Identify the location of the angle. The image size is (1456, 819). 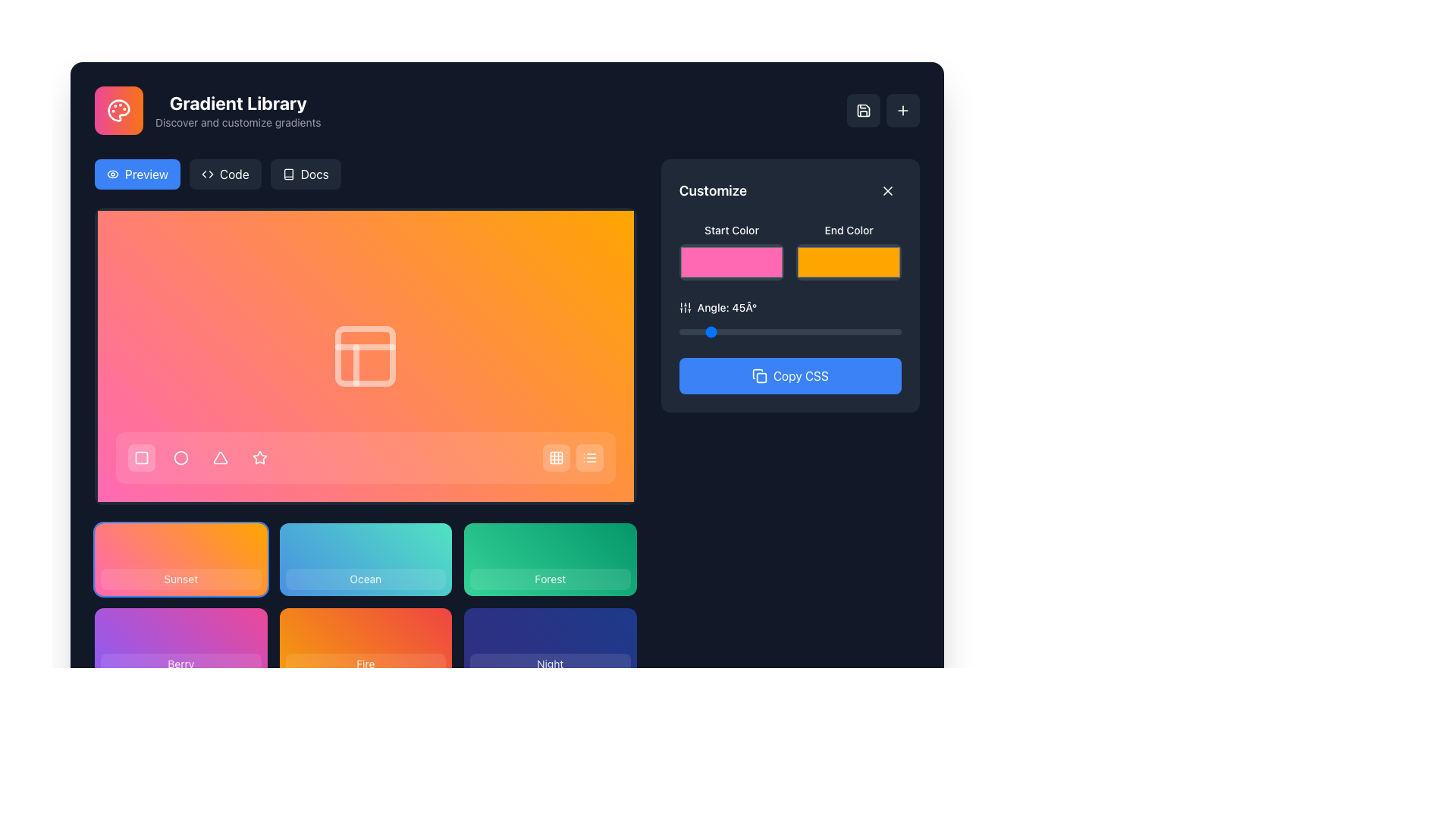
(731, 331).